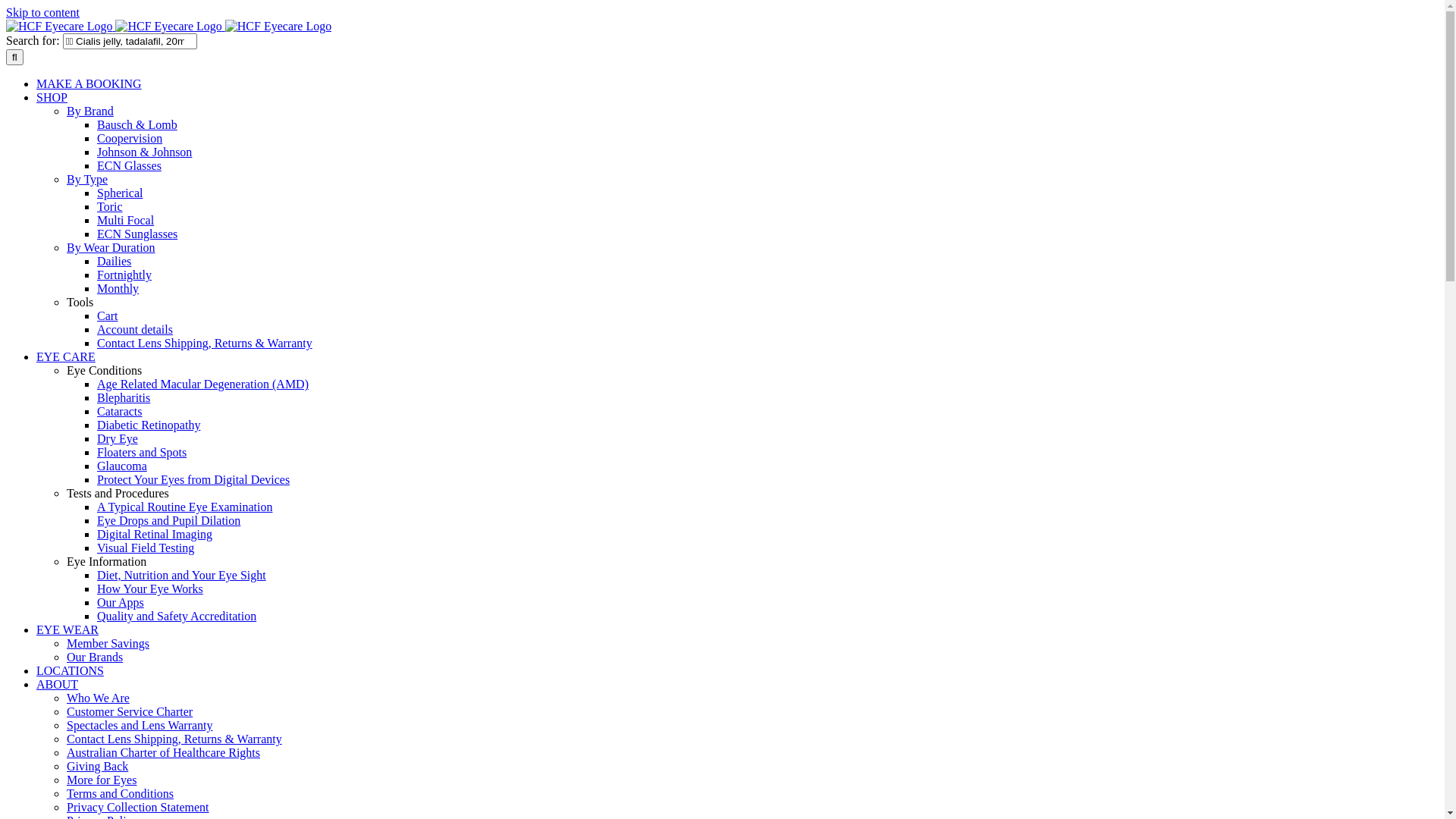 This screenshot has height=819, width=1456. I want to click on 'Diabetic Retinopathy', so click(149, 425).